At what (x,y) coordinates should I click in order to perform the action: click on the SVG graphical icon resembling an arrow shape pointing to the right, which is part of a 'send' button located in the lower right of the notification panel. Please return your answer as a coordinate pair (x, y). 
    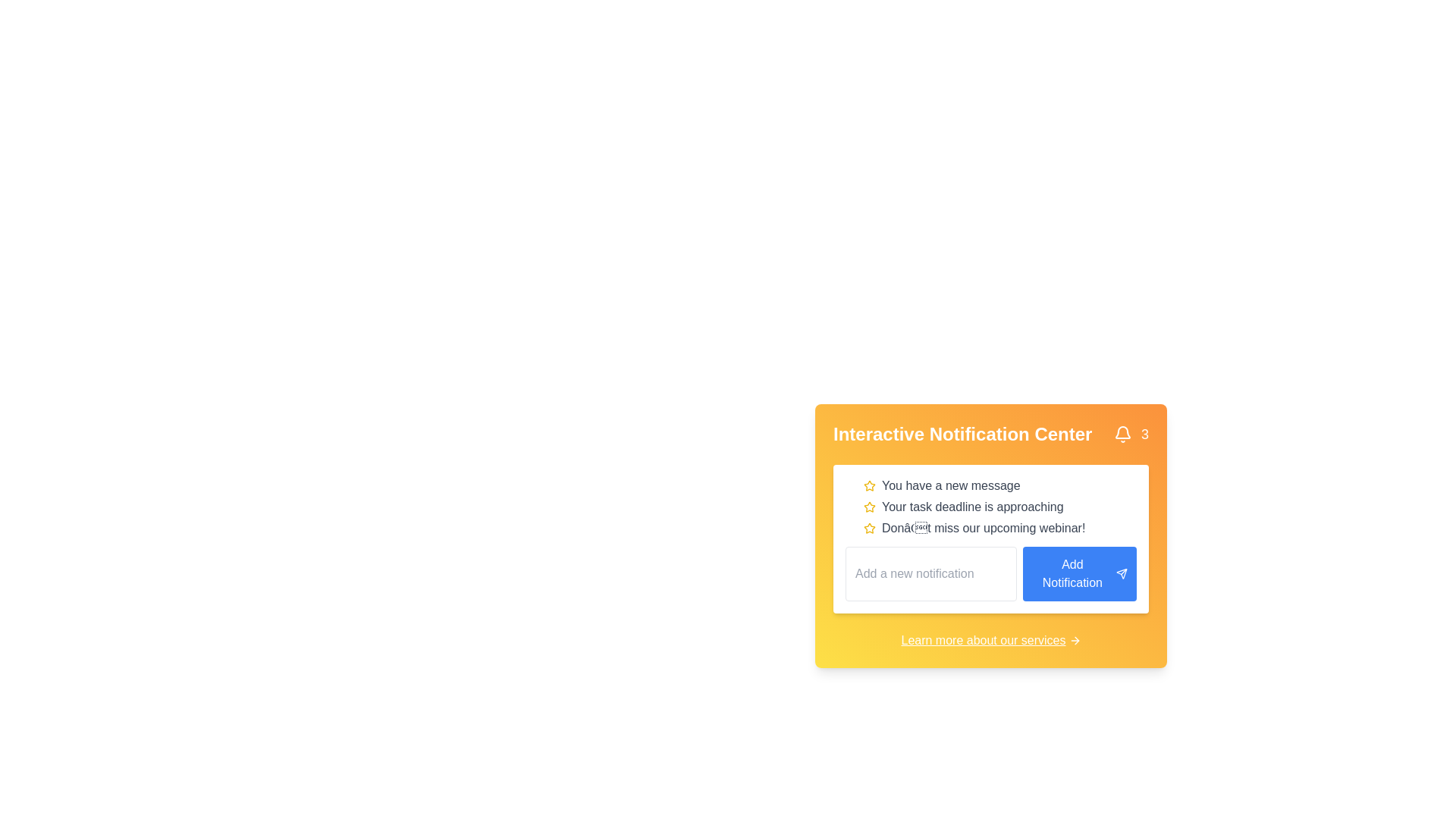
    Looking at the image, I should click on (1122, 573).